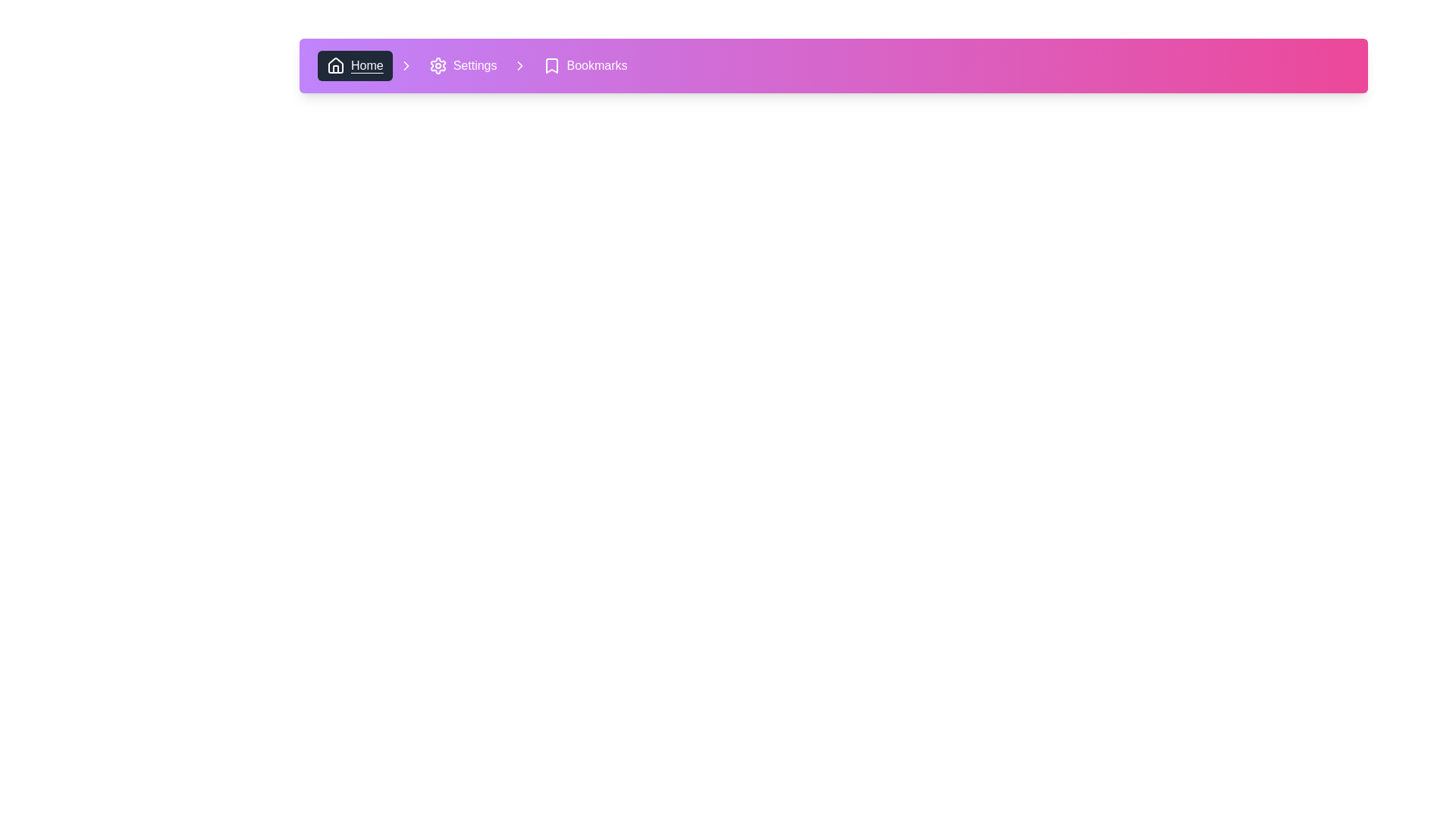  Describe the element at coordinates (334, 69) in the screenshot. I see `the decorative door element within the house icon in the first button labeled 'Home', located in the top-left corner of the header bar` at that location.